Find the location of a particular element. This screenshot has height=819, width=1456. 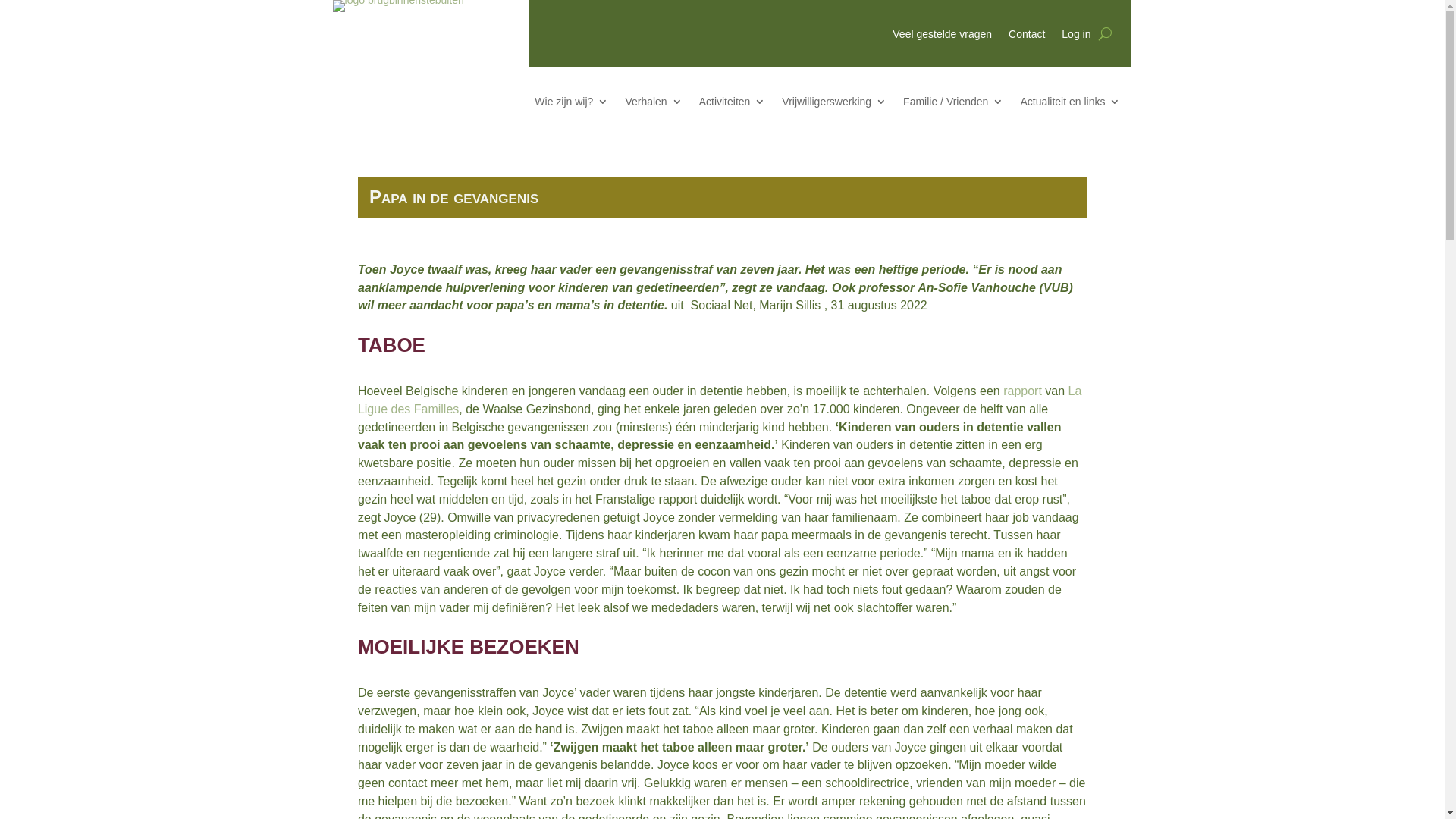

'La Ligue des Familles' is located at coordinates (356, 399).